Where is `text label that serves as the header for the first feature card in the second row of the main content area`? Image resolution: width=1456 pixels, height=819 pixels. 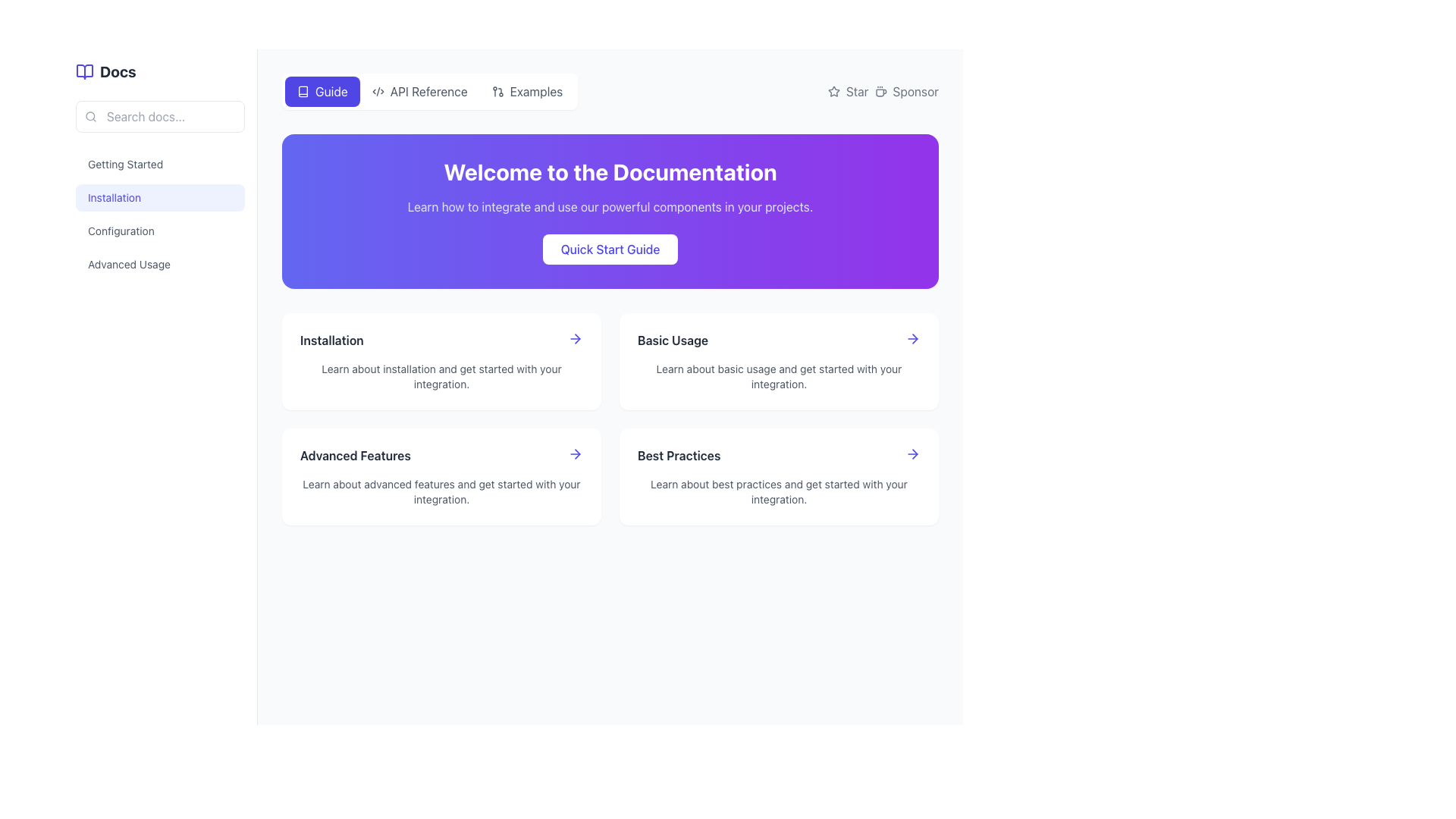 text label that serves as the header for the first feature card in the second row of the main content area is located at coordinates (331, 339).